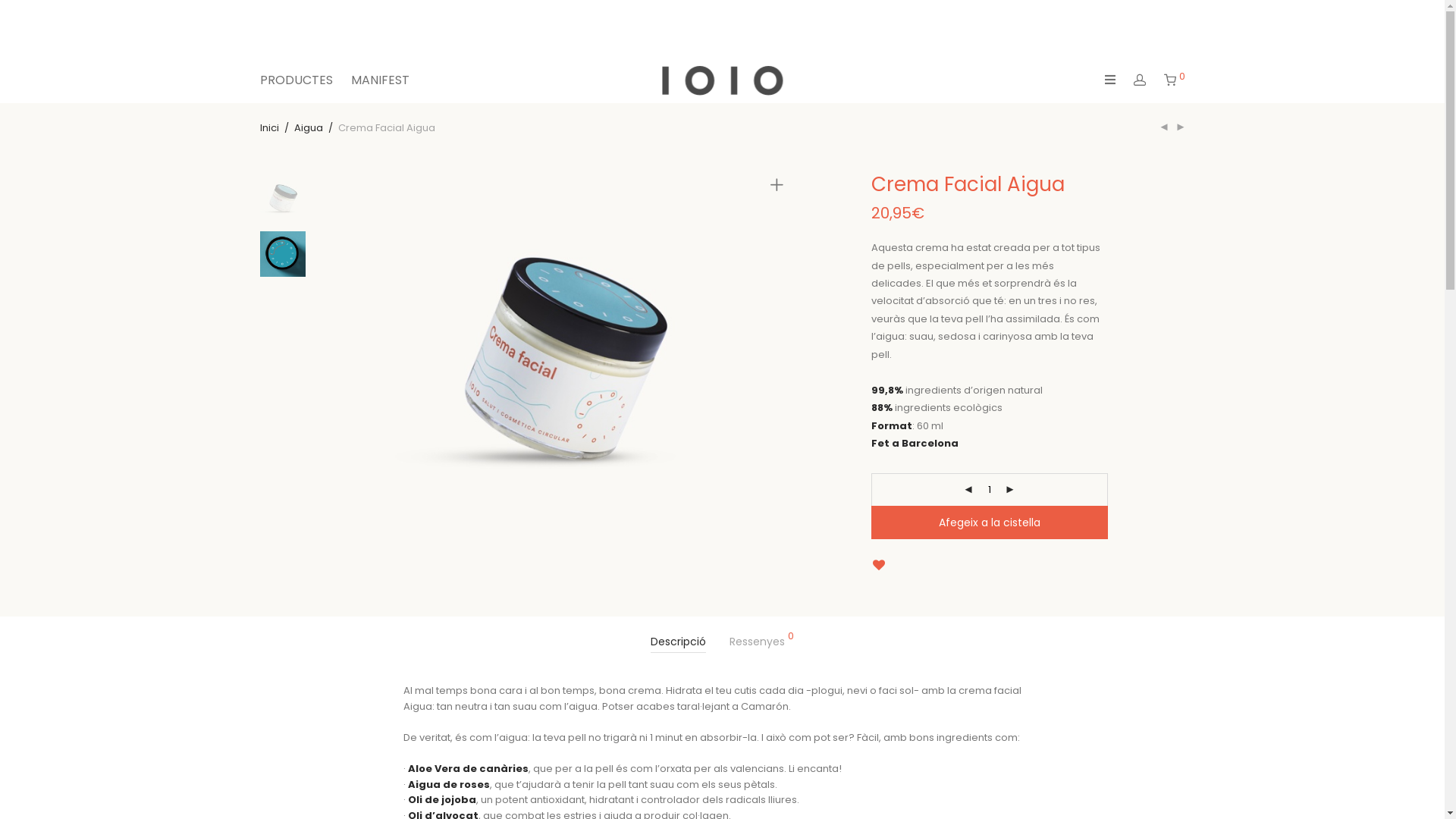  Describe the element at coordinates (295, 80) in the screenshot. I see `'PRODUCTES'` at that location.